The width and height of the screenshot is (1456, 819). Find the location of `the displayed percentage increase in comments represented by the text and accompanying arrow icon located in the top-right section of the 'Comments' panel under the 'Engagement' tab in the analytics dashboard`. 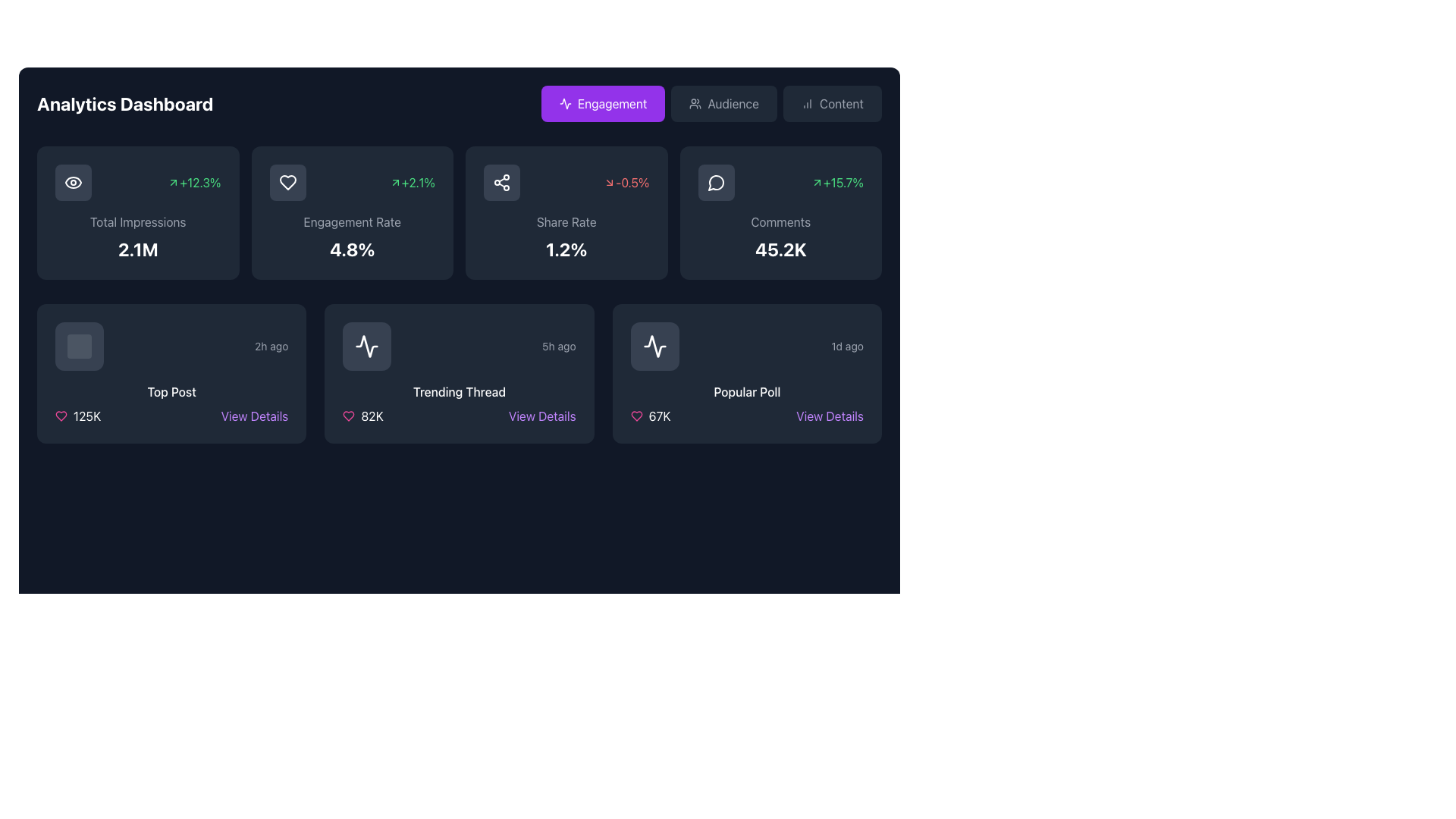

the displayed percentage increase in comments represented by the text and accompanying arrow icon located in the top-right section of the 'Comments' panel under the 'Engagement' tab in the analytics dashboard is located at coordinates (836, 181).